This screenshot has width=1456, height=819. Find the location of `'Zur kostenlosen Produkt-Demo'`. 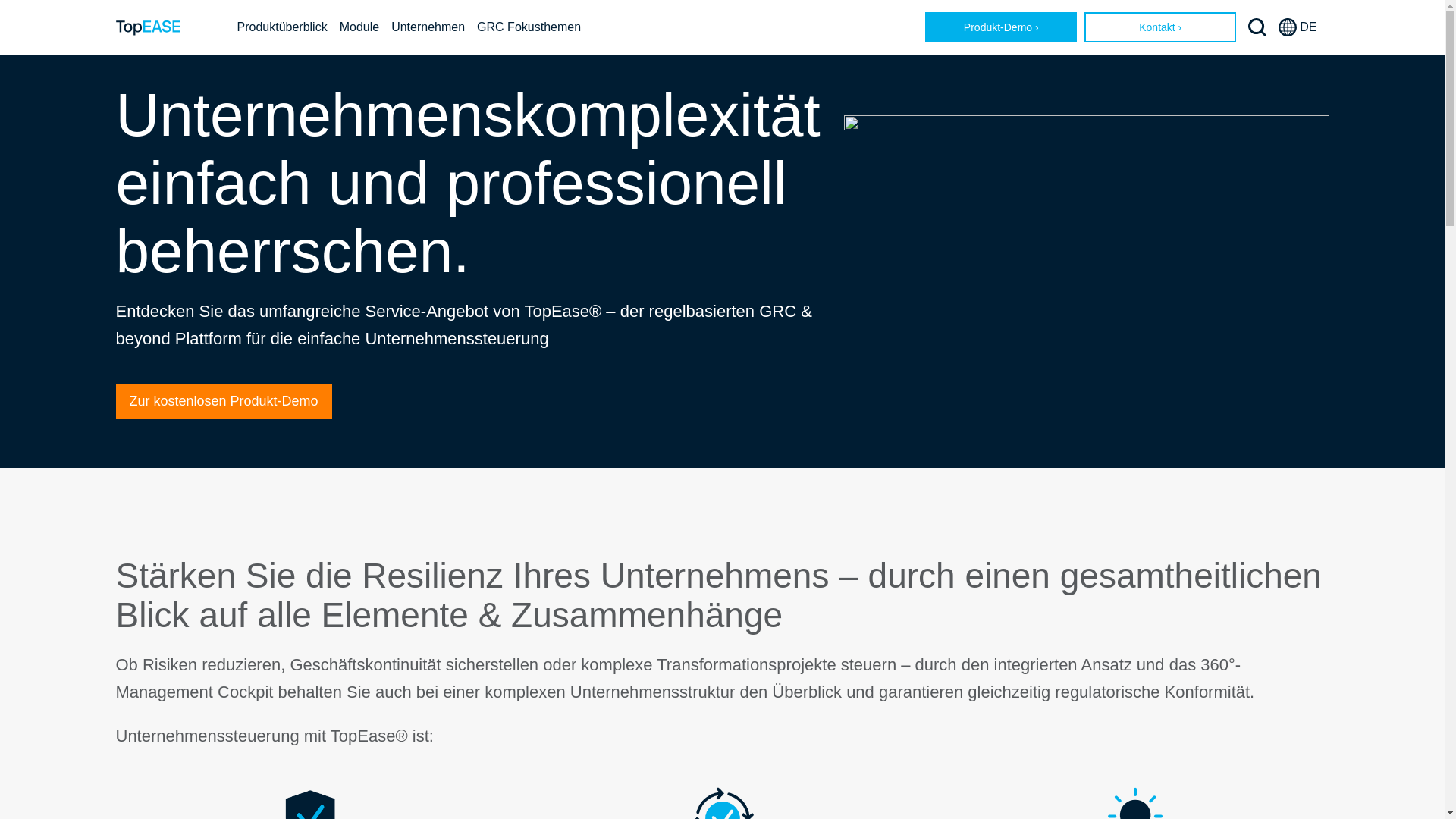

'Zur kostenlosen Produkt-Demo' is located at coordinates (222, 400).